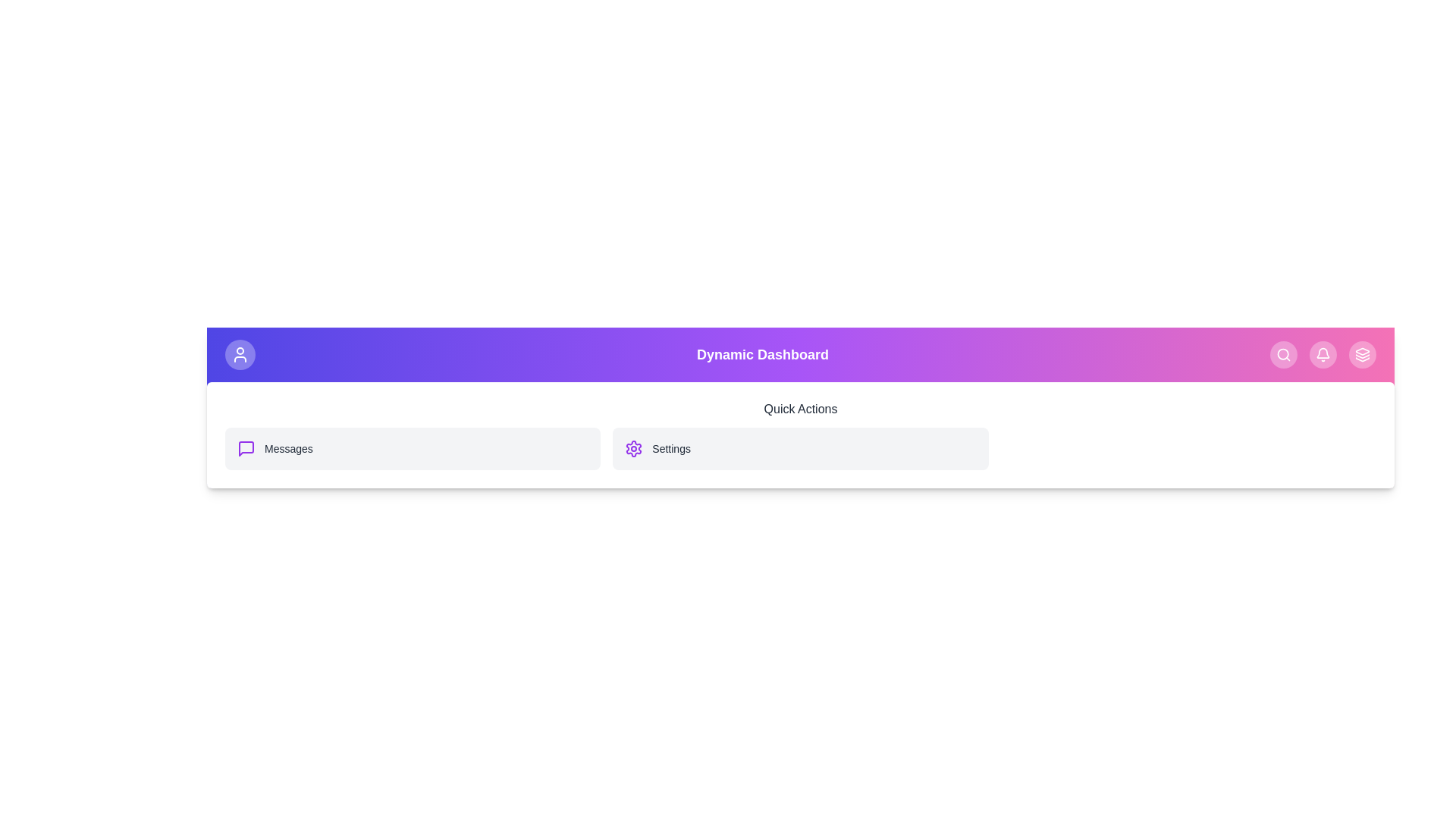 This screenshot has height=819, width=1456. What do you see at coordinates (239, 354) in the screenshot?
I see `the user icon to toggle the user menu` at bounding box center [239, 354].